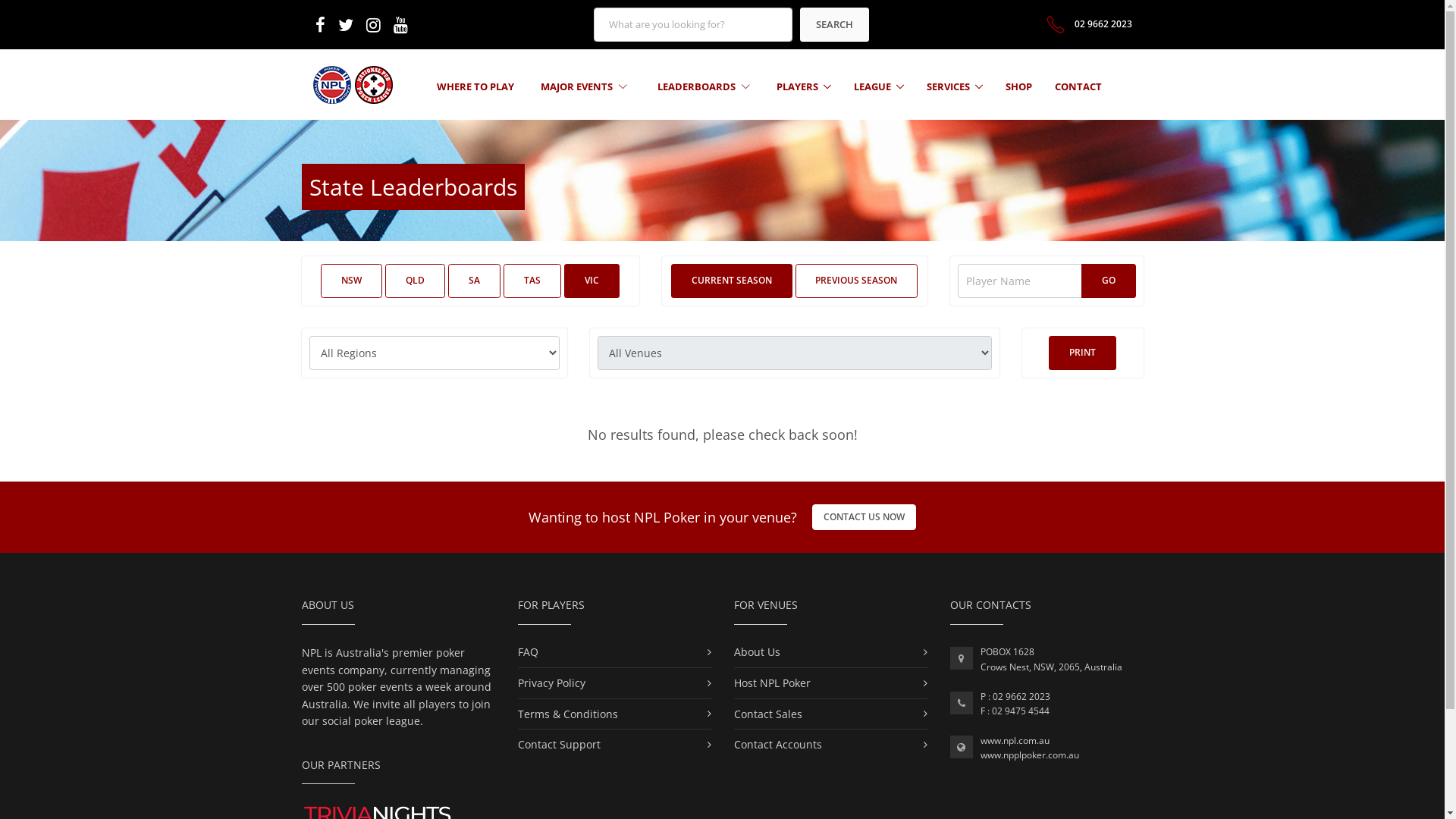  Describe the element at coordinates (767, 714) in the screenshot. I see `'Contact Sales'` at that location.